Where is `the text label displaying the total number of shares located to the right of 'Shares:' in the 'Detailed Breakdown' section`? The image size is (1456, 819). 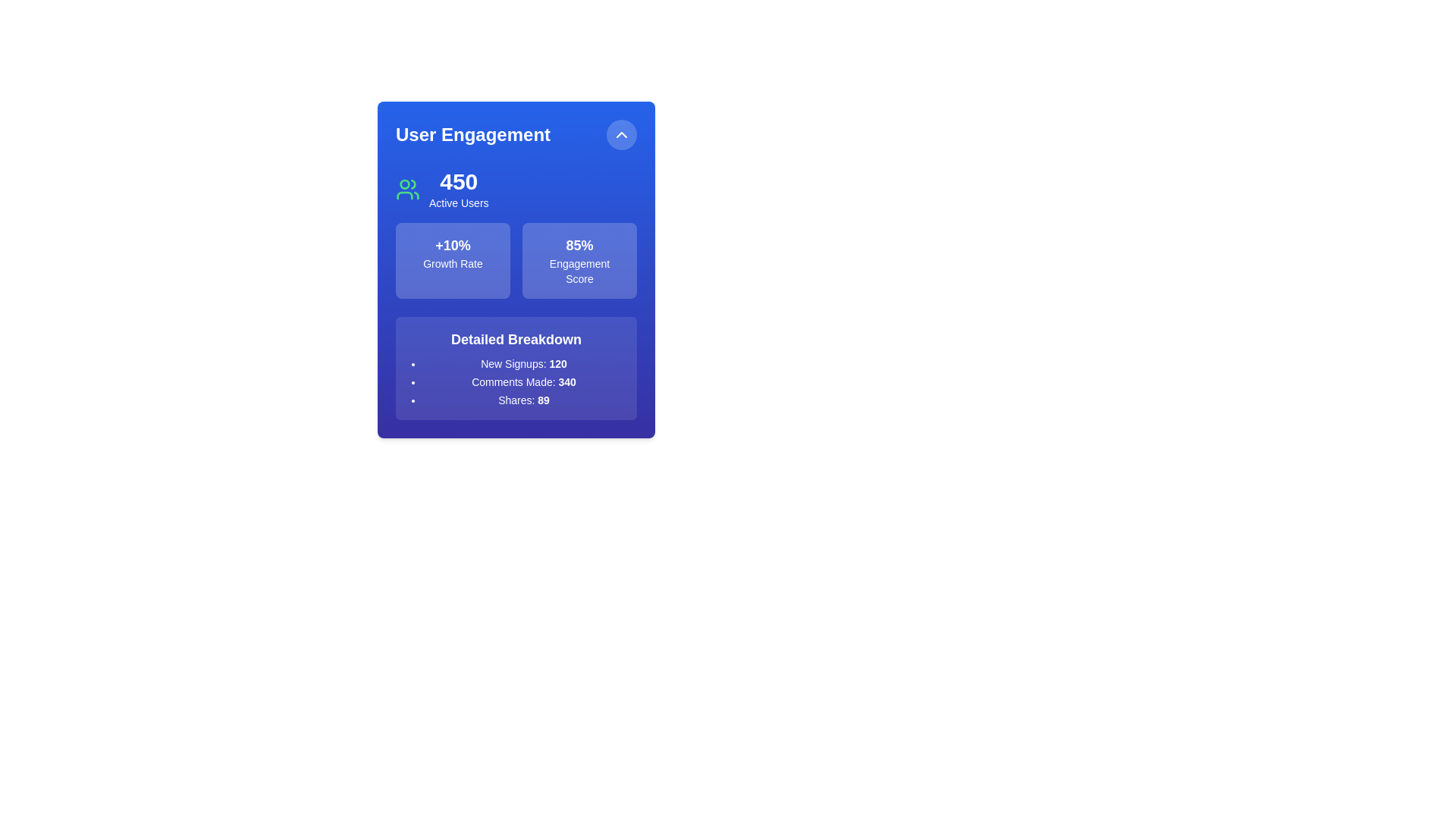 the text label displaying the total number of shares located to the right of 'Shares:' in the 'Detailed Breakdown' section is located at coordinates (544, 400).